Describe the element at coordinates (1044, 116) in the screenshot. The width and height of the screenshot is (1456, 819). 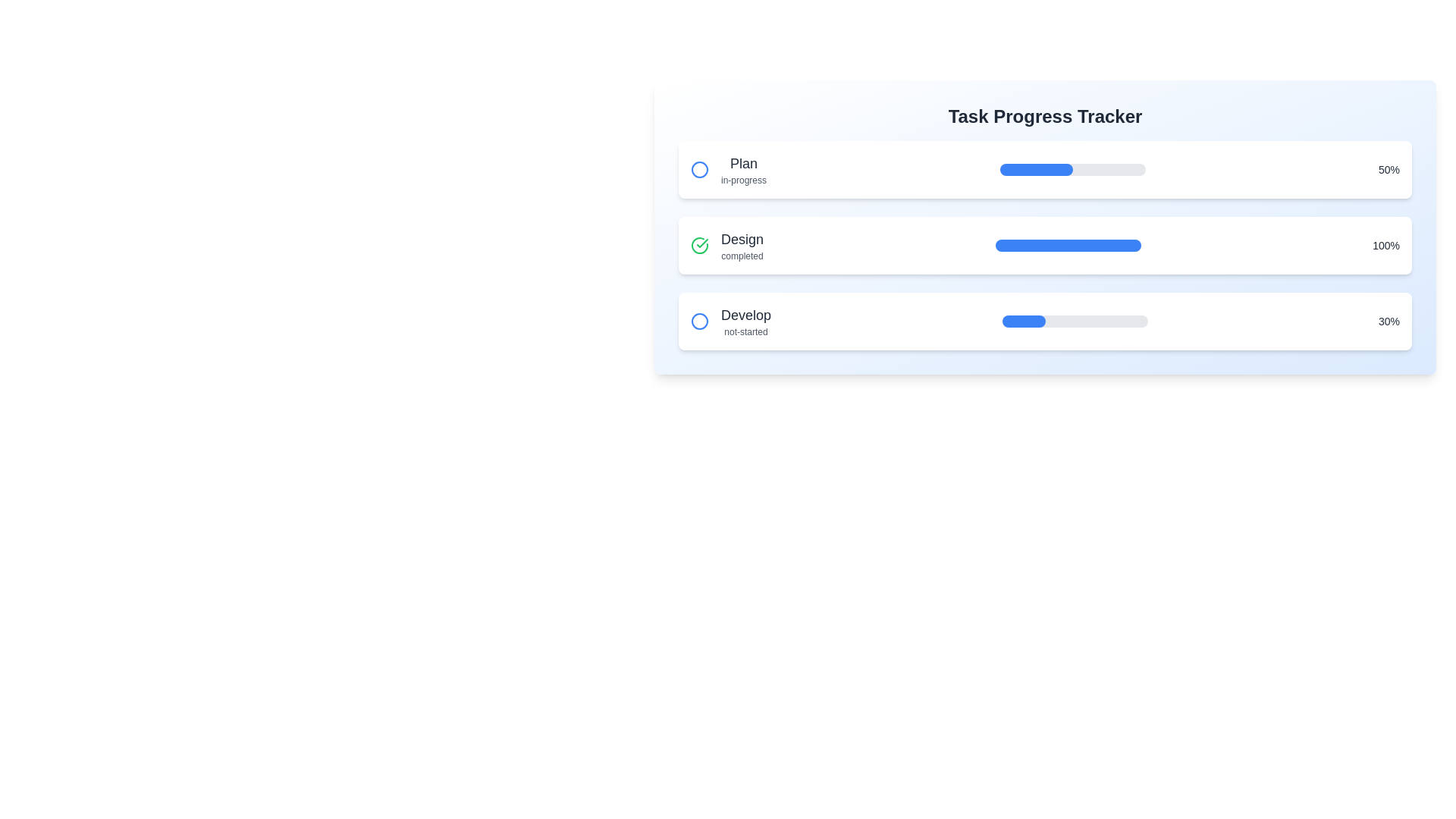
I see `the header text element that serves as the title of the section, providing context about task progress, located at the top of a card-like structure` at that location.